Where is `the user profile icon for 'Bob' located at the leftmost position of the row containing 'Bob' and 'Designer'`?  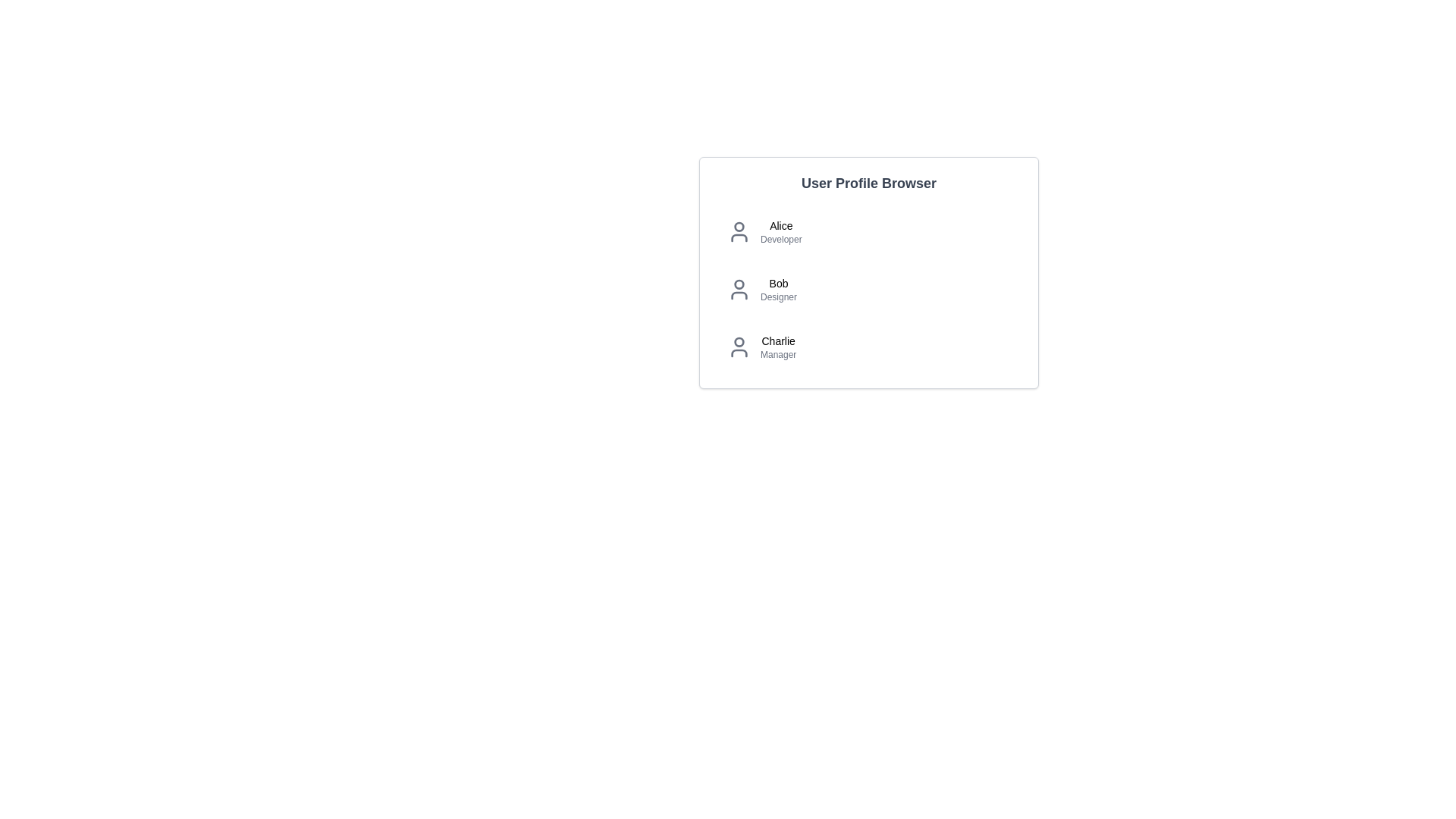 the user profile icon for 'Bob' located at the leftmost position of the row containing 'Bob' and 'Designer' is located at coordinates (739, 289).